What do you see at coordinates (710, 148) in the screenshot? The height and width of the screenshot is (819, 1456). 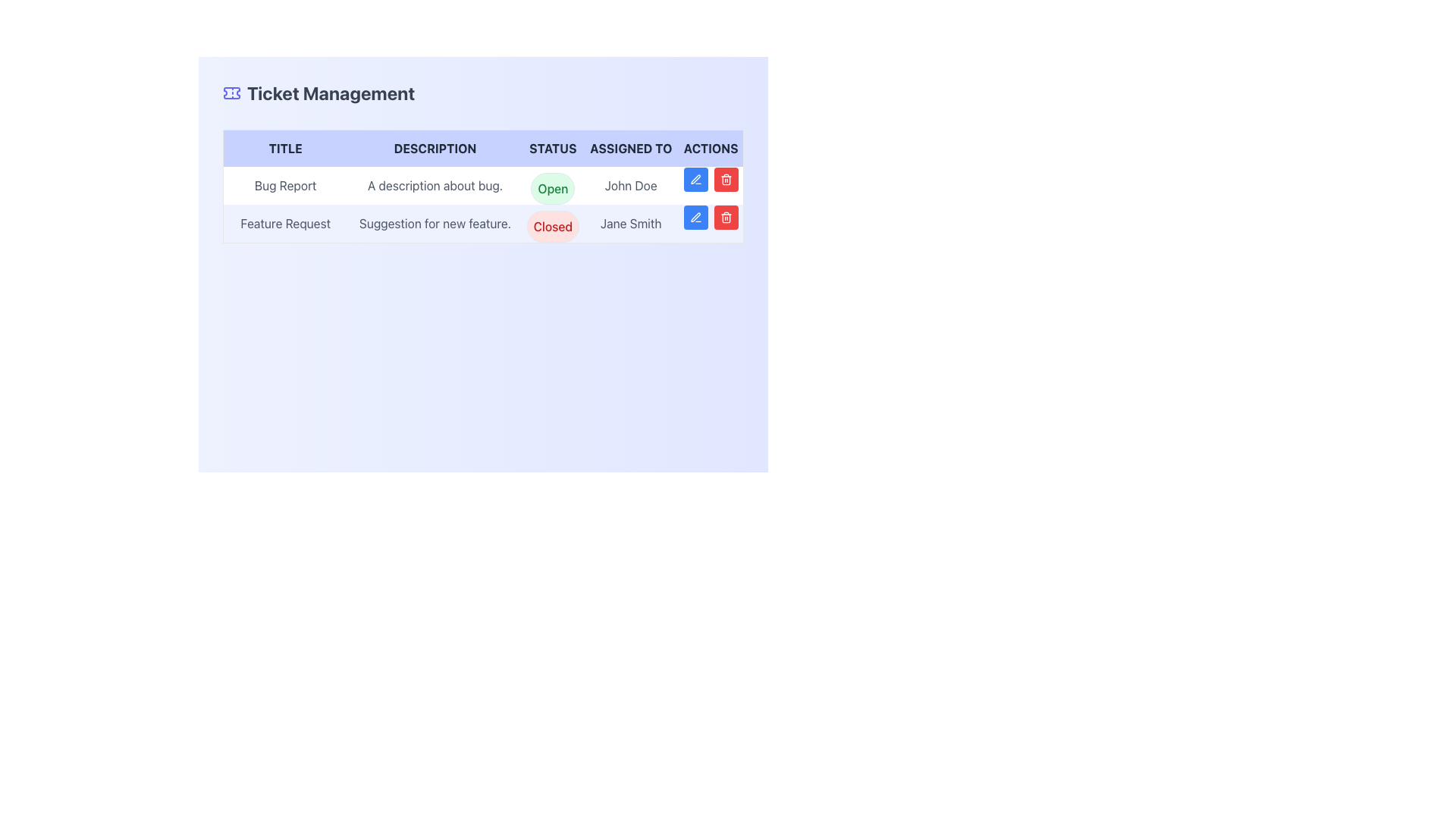 I see `the 'Actions' text label, which is bold, capitalized, and located at the far right of the header row in the table` at bounding box center [710, 148].